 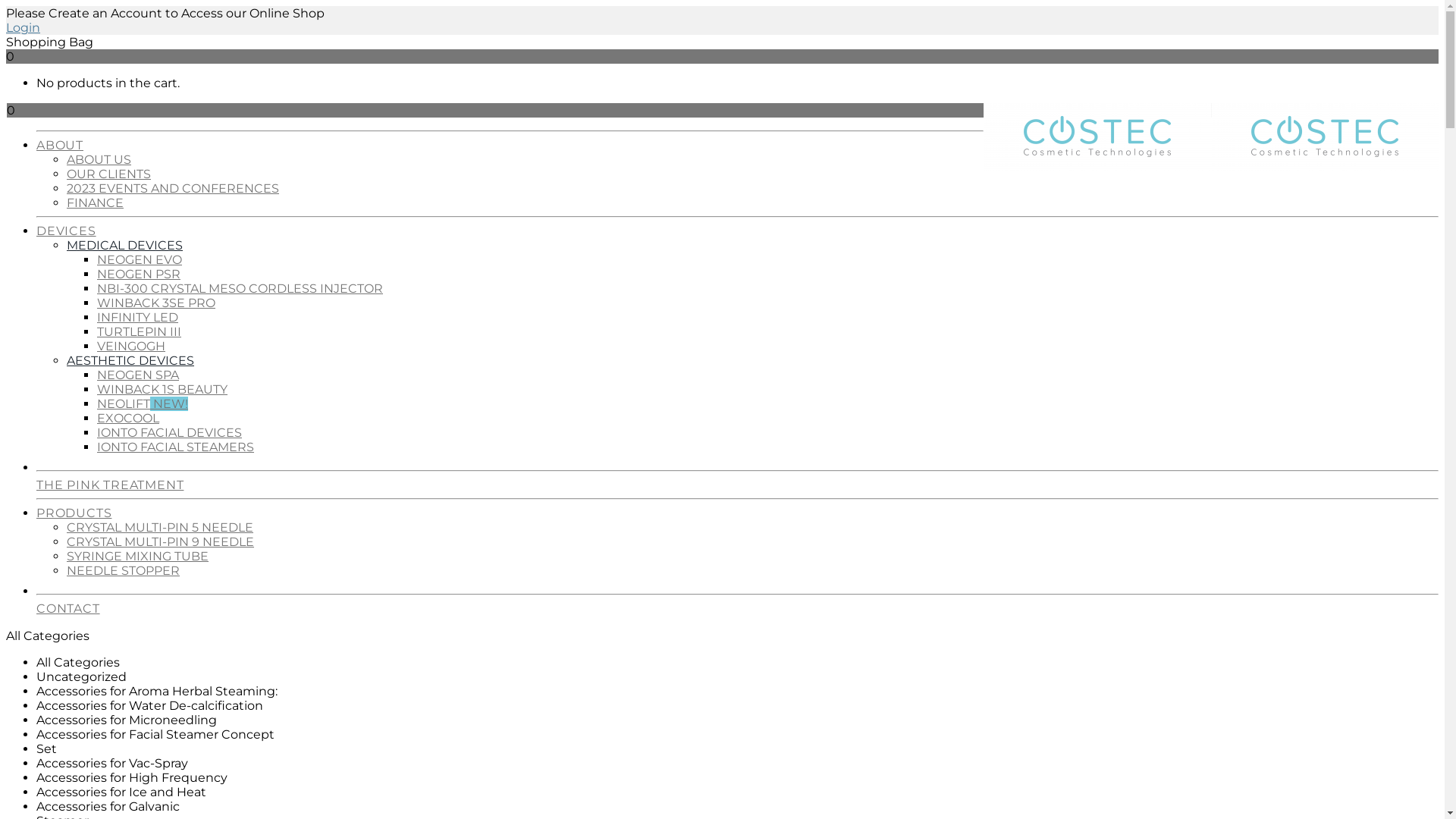 What do you see at coordinates (162, 388) in the screenshot?
I see `'WINBACK 1S BEAUTY'` at bounding box center [162, 388].